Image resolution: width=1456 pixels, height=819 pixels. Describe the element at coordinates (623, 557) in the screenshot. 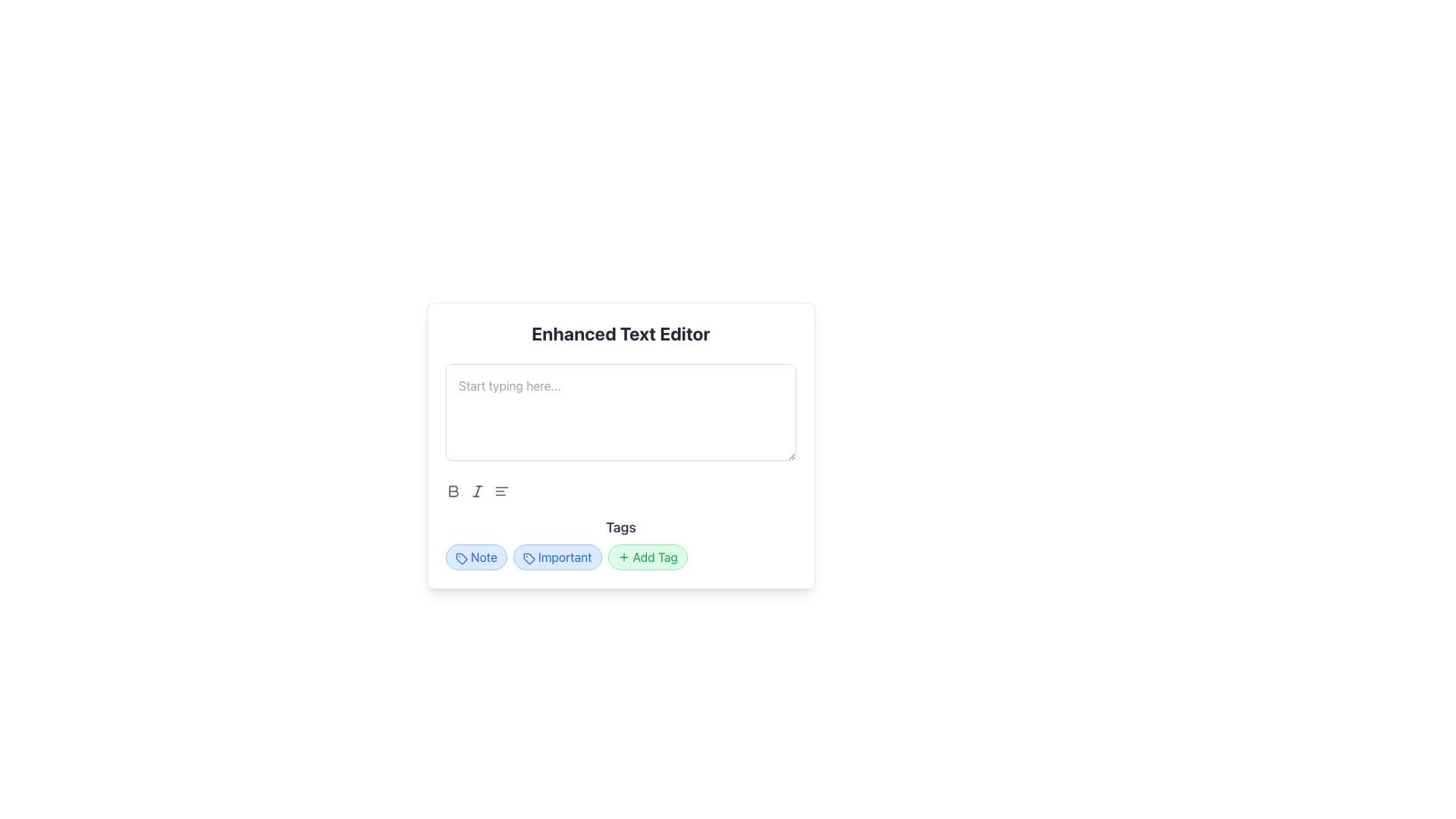

I see `the icon representing the 'Add Tag' function located inside the 'Add Tag' button at the bottom right section of the interface` at that location.